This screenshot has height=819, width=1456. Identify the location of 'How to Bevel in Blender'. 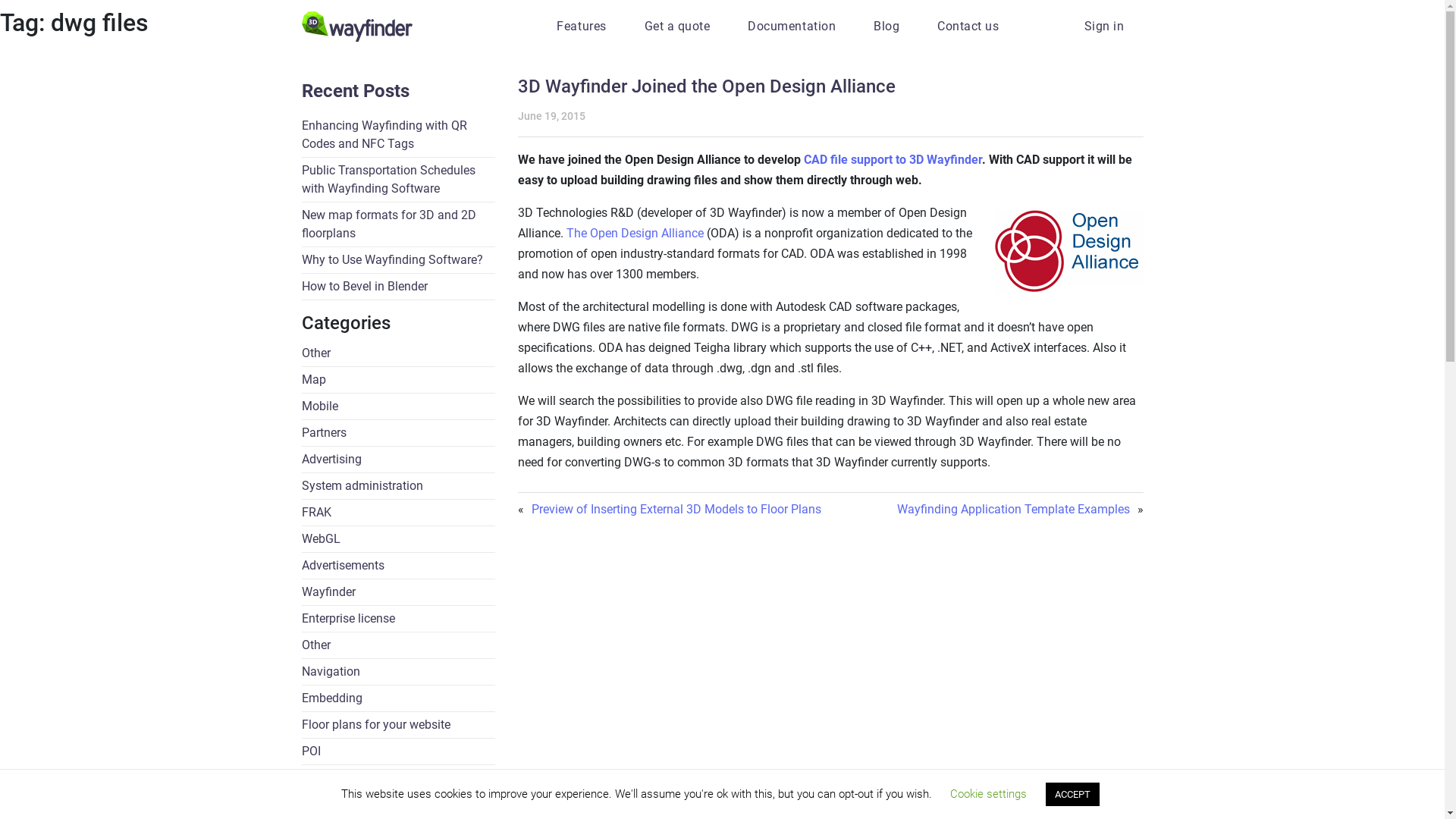
(302, 287).